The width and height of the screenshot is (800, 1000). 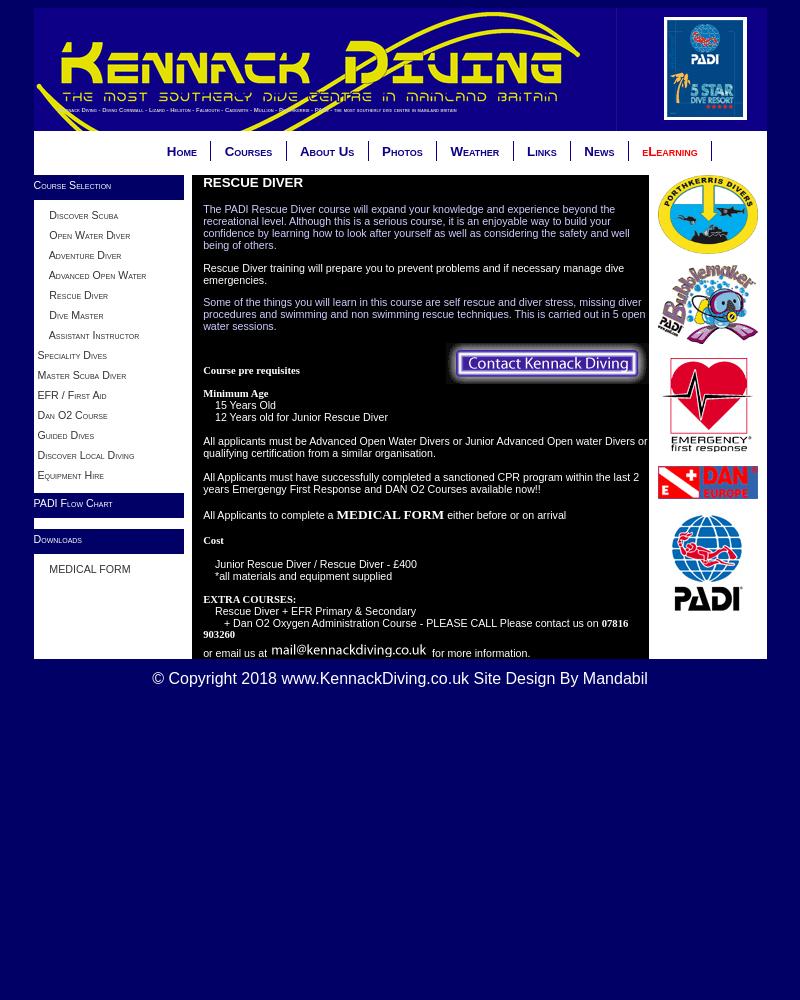 What do you see at coordinates (202, 621) in the screenshot?
I see `'+ Dan O2 Oxygen Administration Course - PLEASE CALL															


															Please contact us on'` at bounding box center [202, 621].